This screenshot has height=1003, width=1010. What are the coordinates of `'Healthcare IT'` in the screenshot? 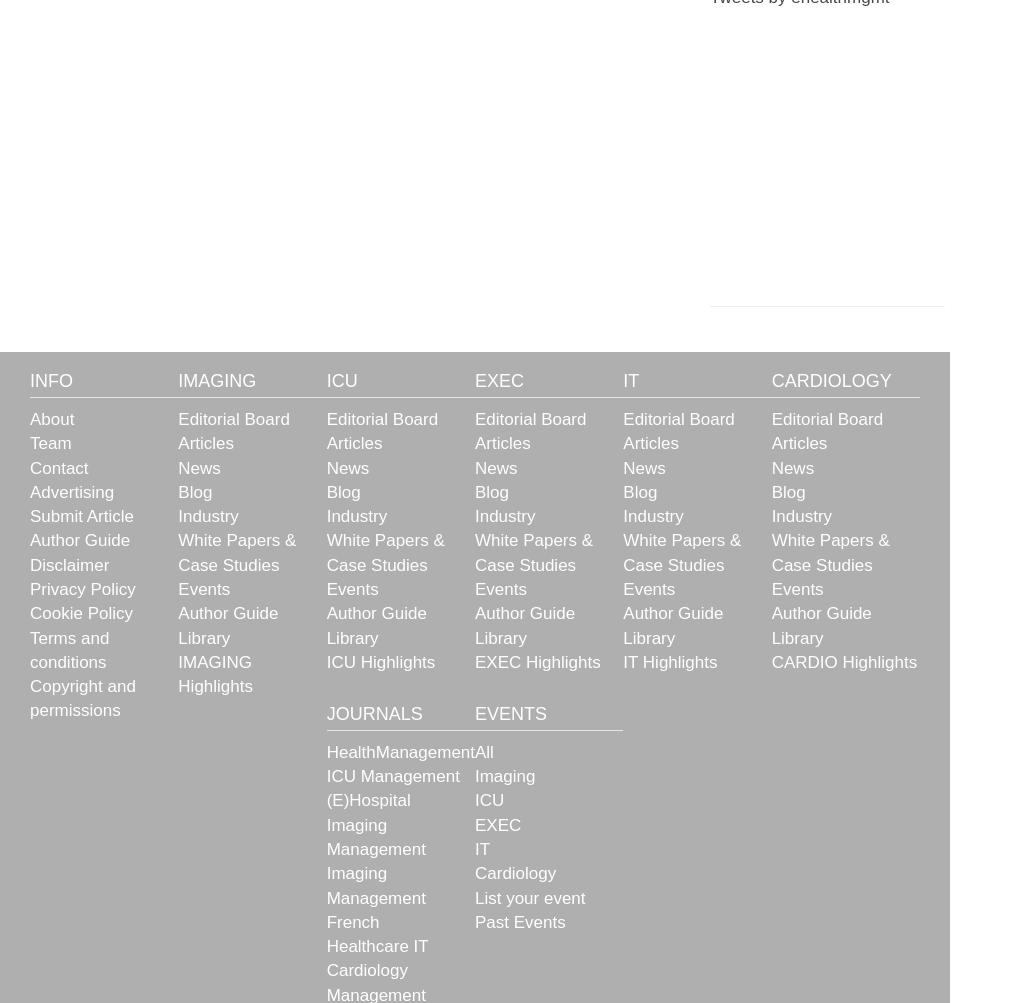 It's located at (377, 945).